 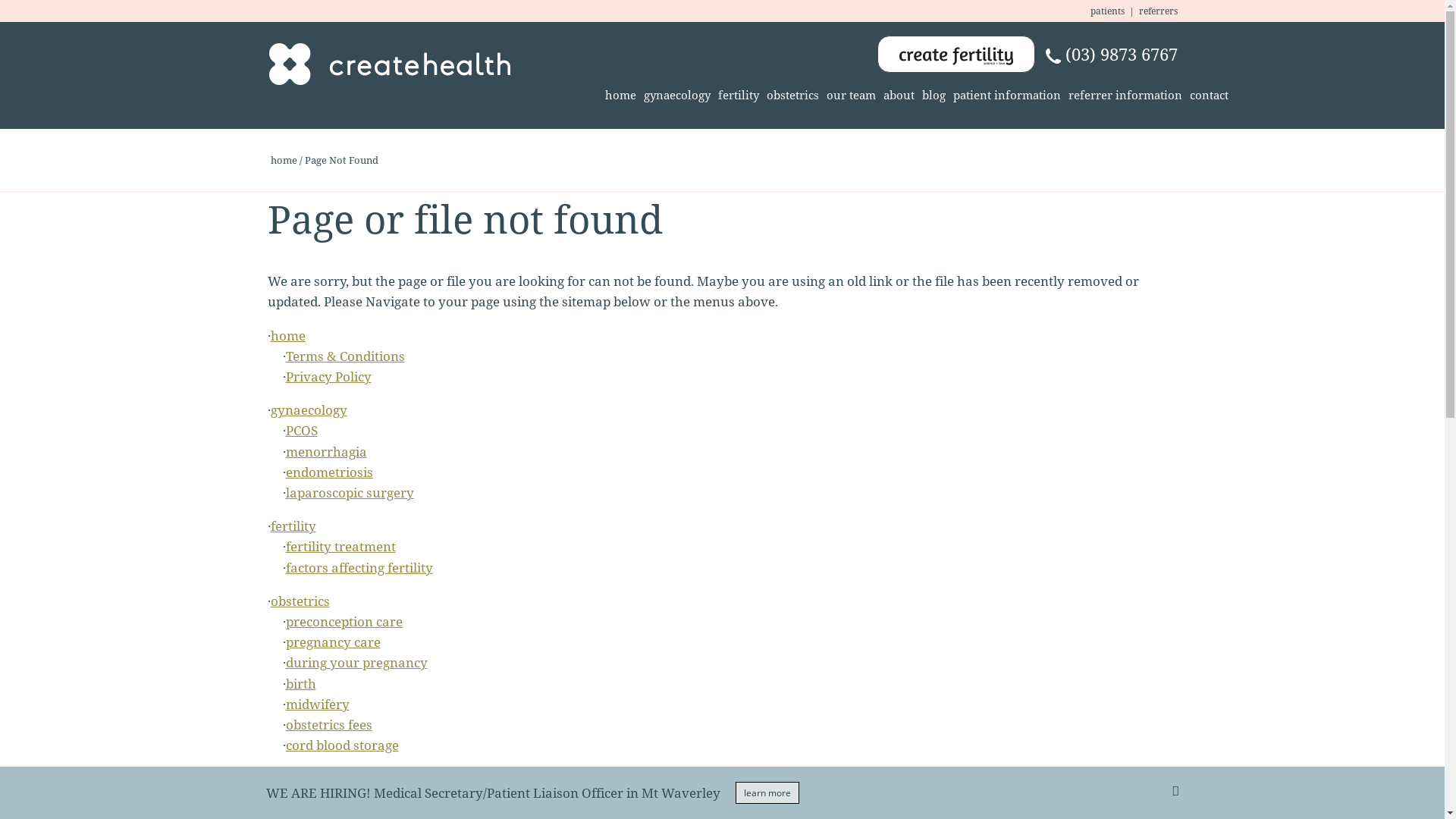 What do you see at coordinates (342, 621) in the screenshot?
I see `'preconception care'` at bounding box center [342, 621].